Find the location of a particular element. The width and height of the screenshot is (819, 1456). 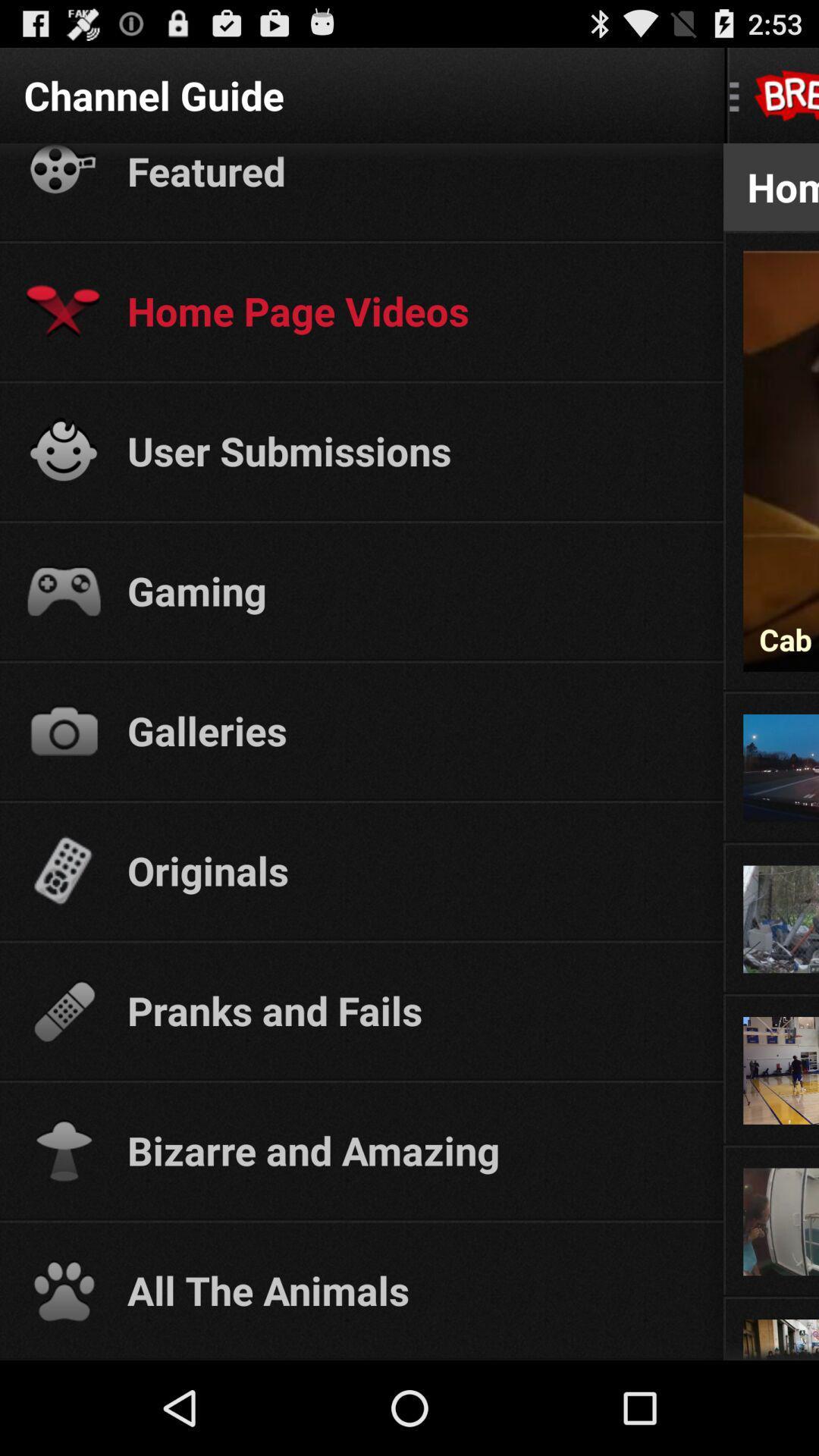

the originals is located at coordinates (411, 870).